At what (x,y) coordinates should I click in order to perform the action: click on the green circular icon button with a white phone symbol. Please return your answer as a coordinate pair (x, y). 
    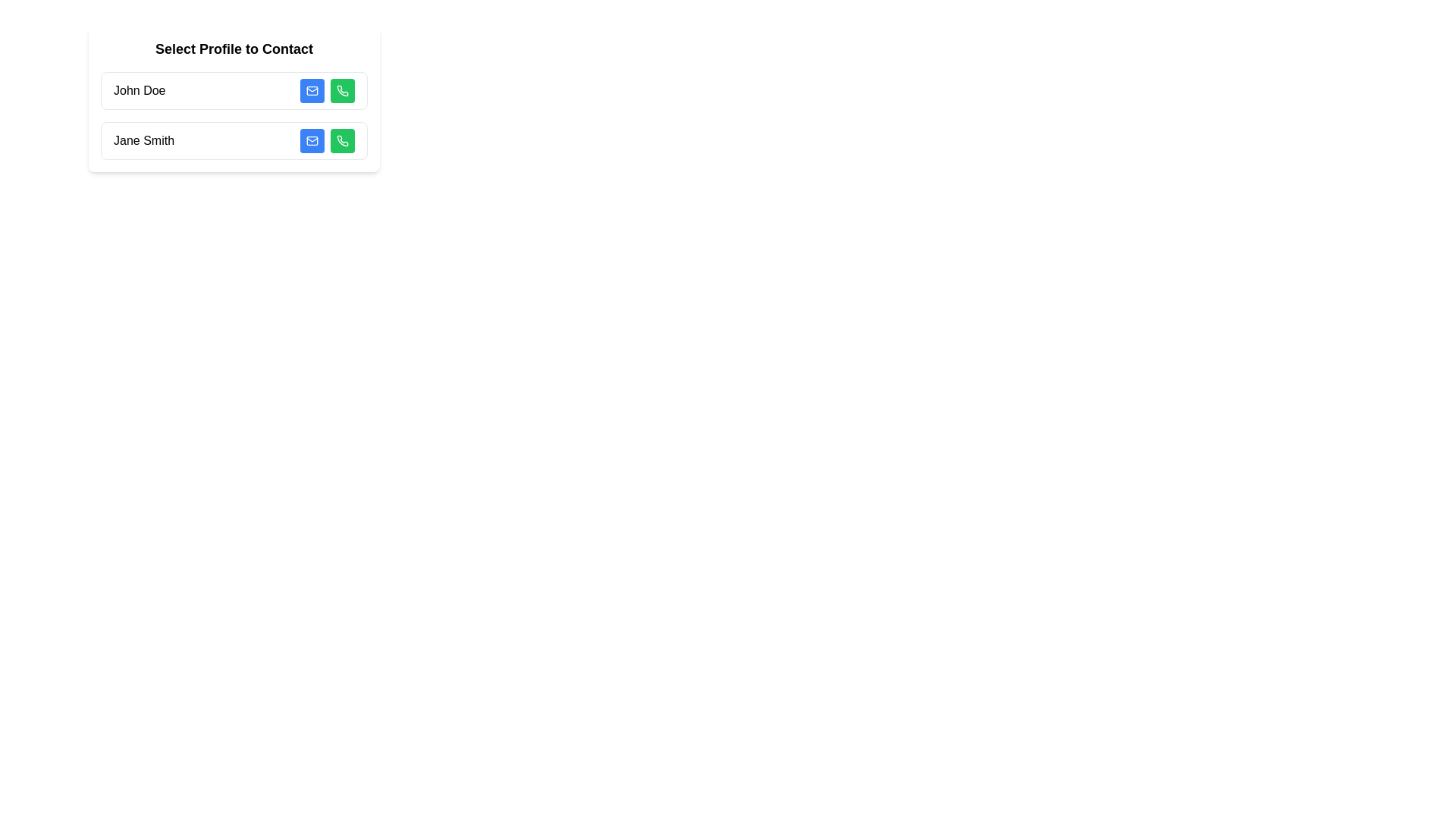
    Looking at the image, I should click on (341, 140).